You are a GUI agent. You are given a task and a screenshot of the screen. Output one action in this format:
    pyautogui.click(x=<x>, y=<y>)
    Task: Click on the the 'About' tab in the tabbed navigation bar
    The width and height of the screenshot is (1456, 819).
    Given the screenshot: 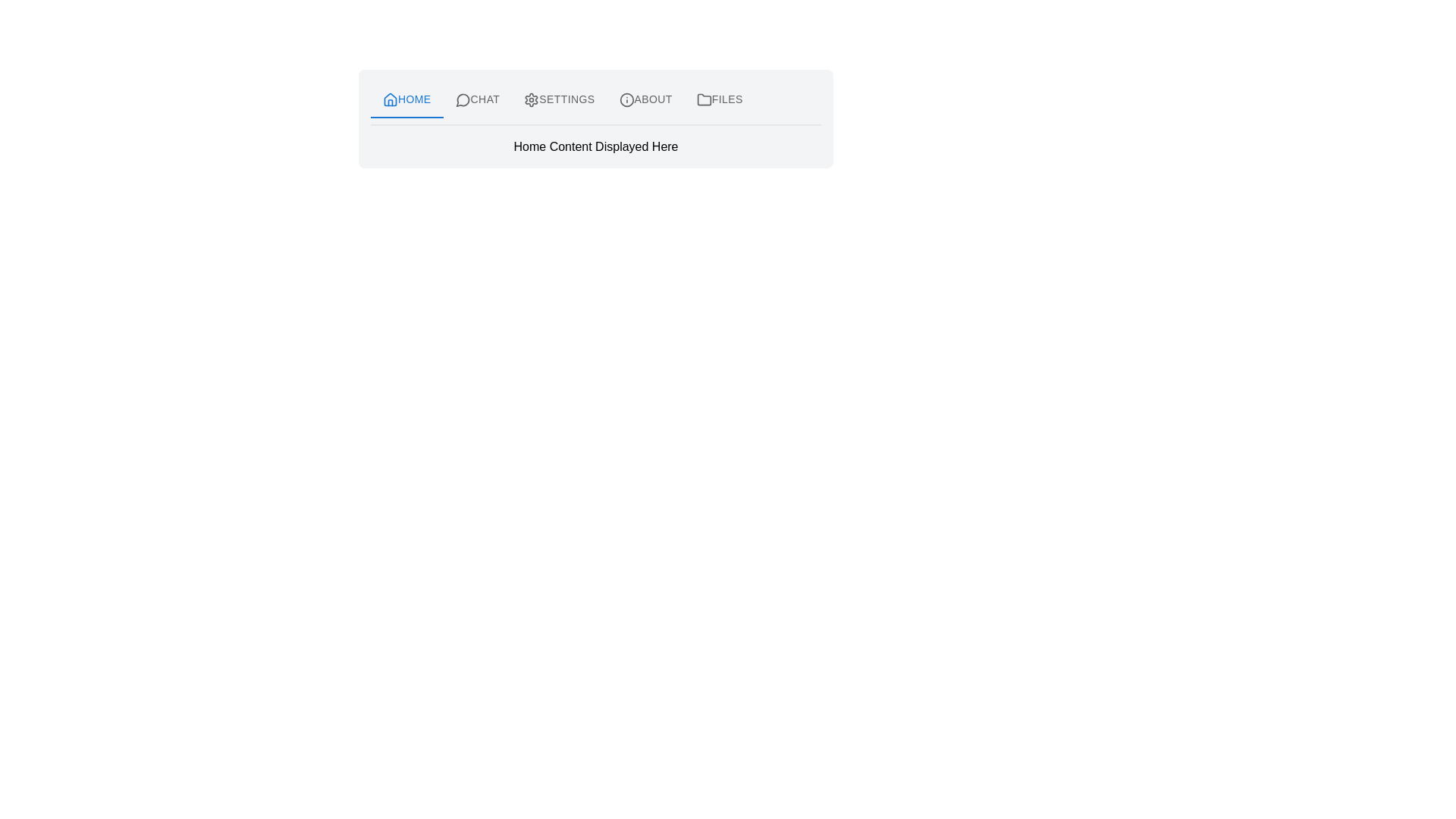 What is the action you would take?
    pyautogui.click(x=645, y=99)
    